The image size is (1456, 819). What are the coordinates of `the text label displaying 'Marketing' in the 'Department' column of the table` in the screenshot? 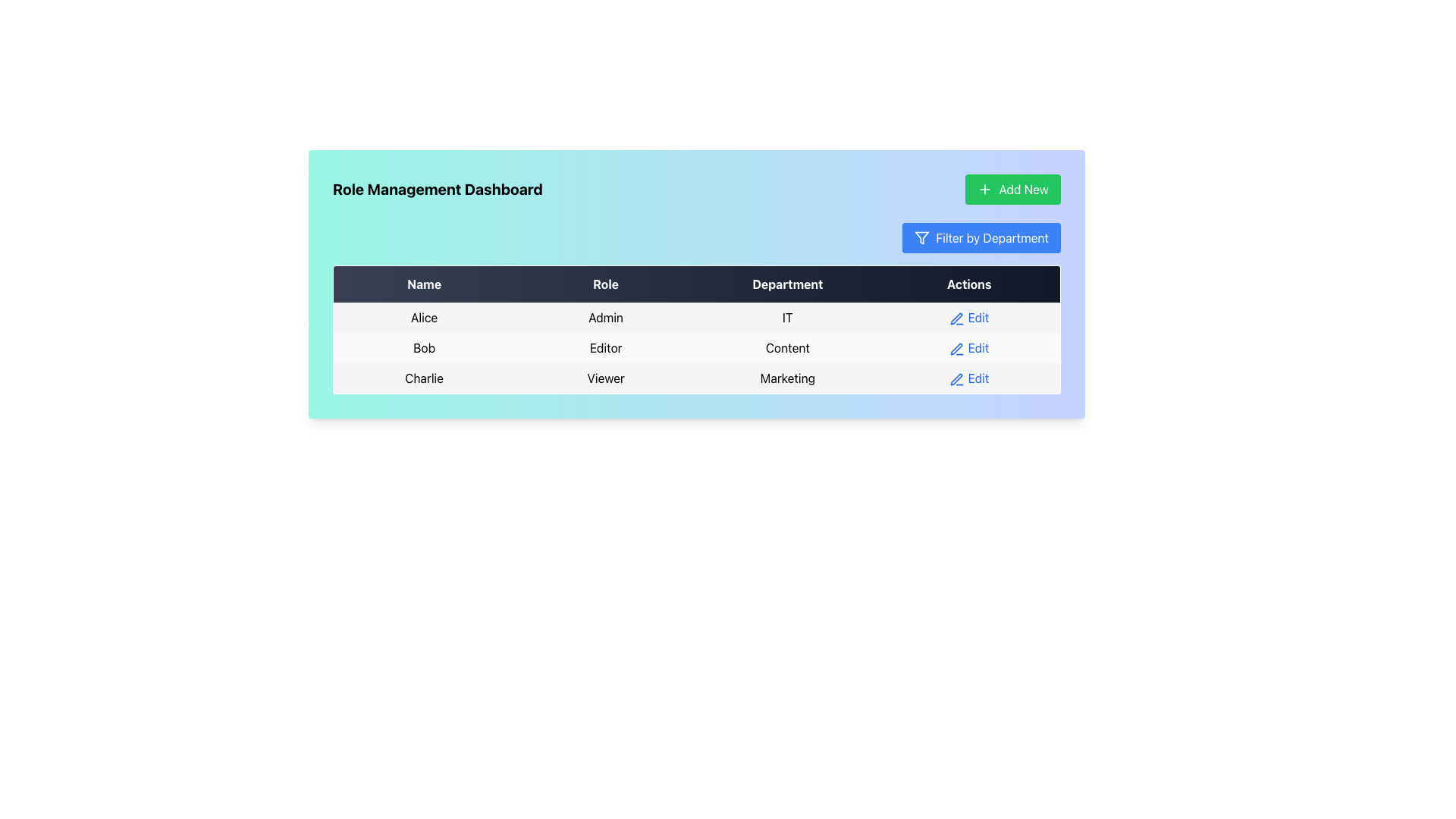 It's located at (787, 378).